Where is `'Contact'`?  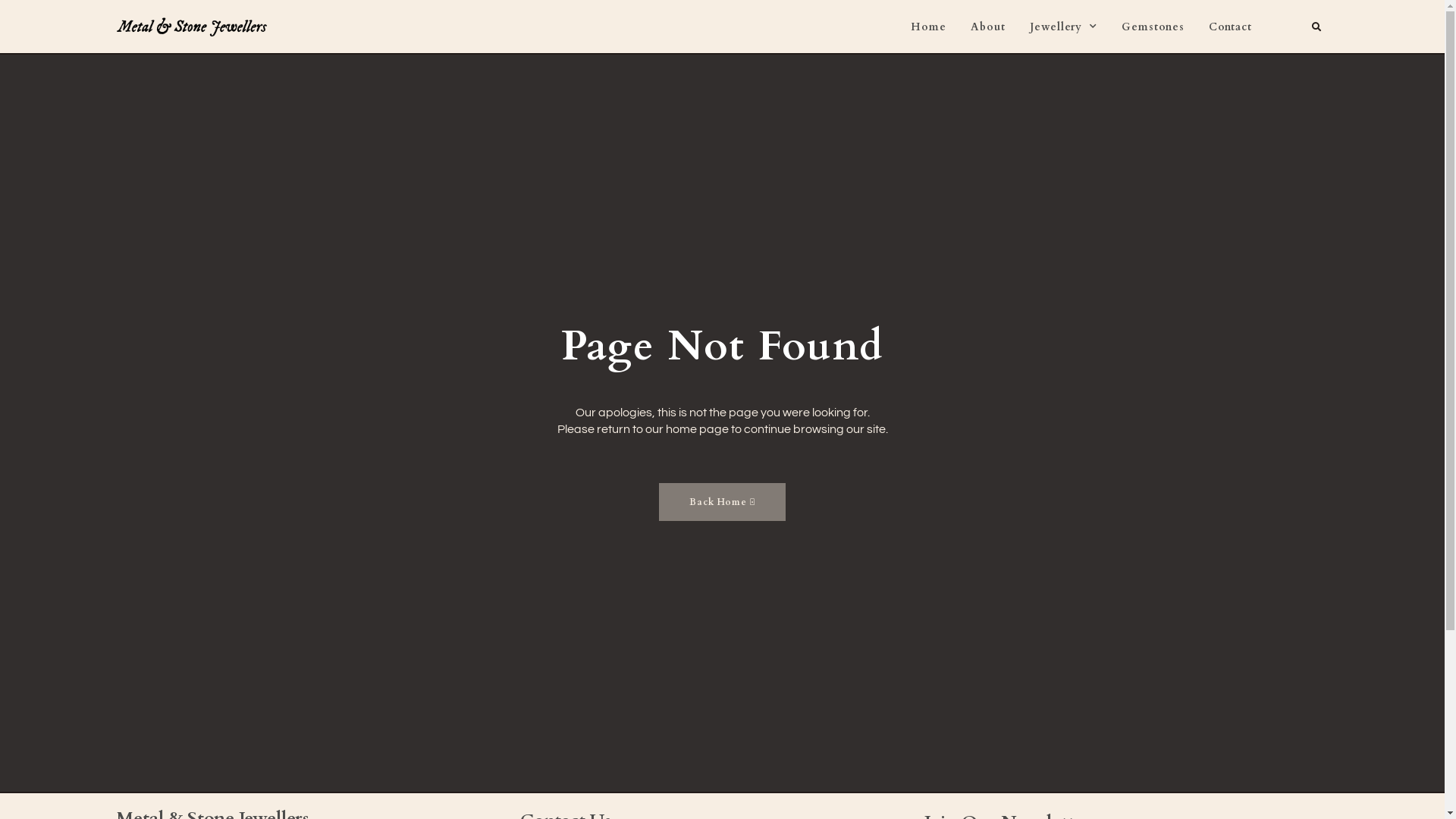 'Contact' is located at coordinates (1207, 27).